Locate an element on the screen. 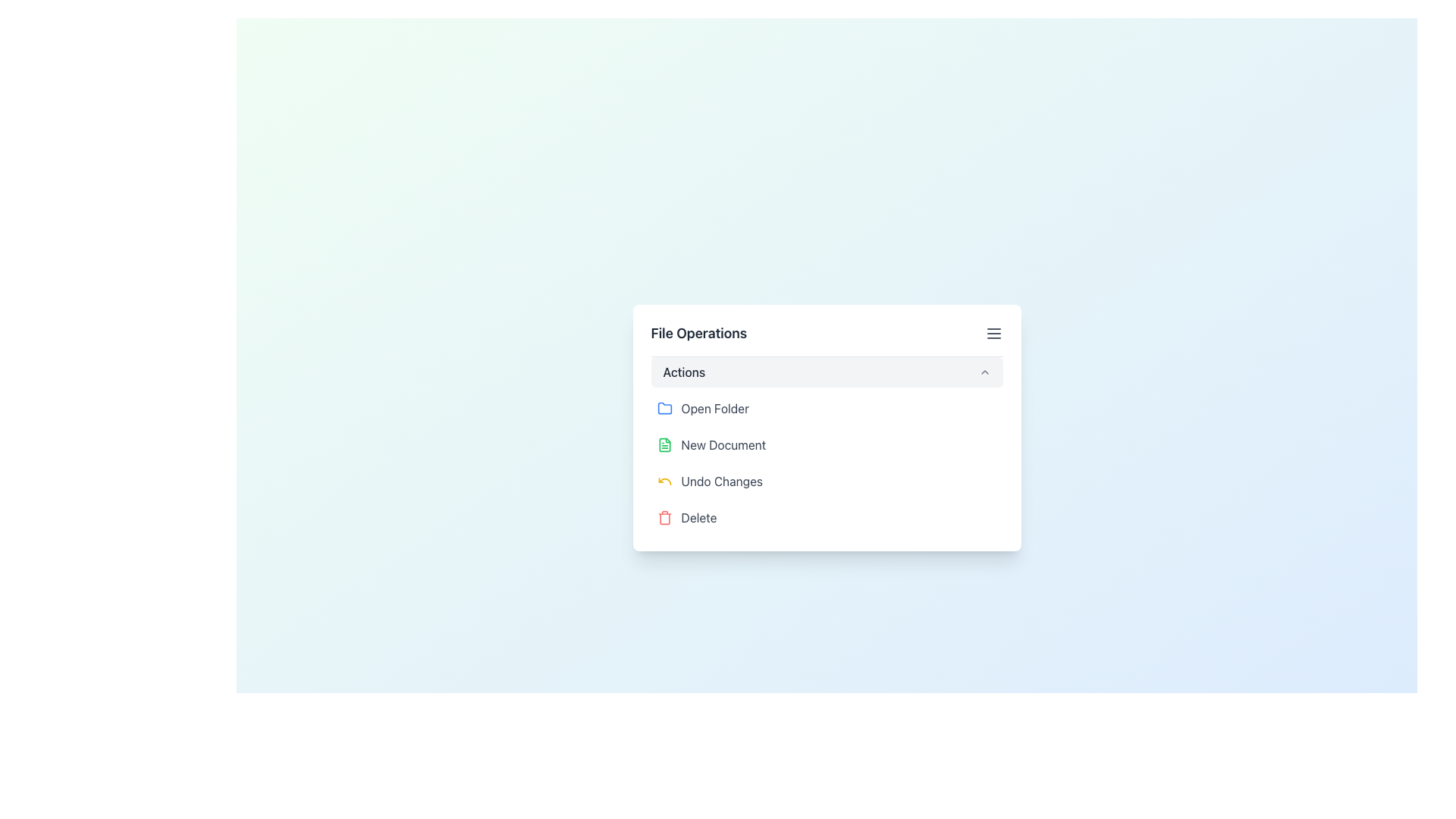 Image resolution: width=1456 pixels, height=819 pixels. the 'Undo' button located in the 'Actions' section of 'File Operations', positioned below 'New Document' and above 'Delete', to undo recent changes is located at coordinates (826, 481).